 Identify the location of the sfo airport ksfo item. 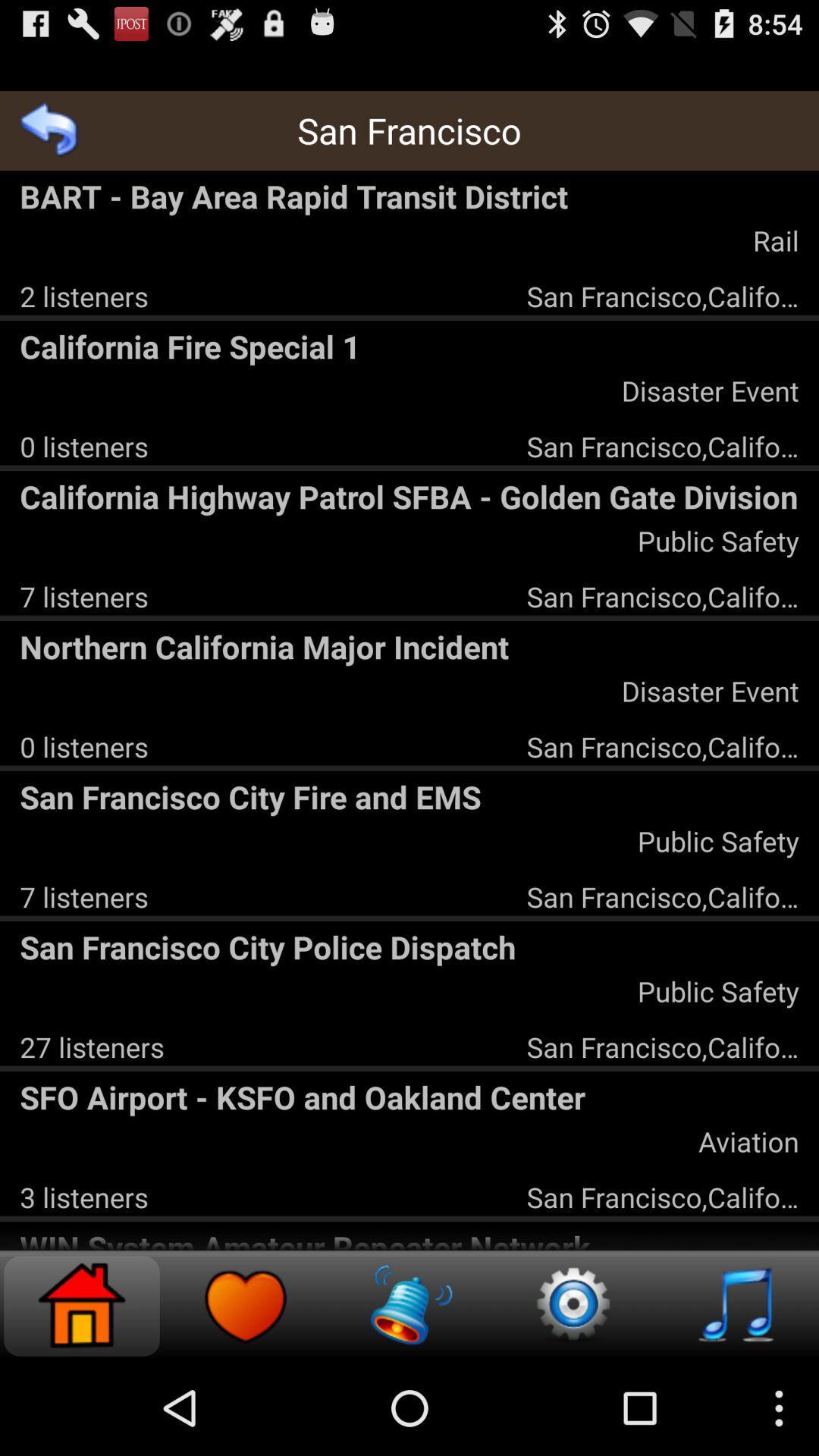
(409, 1097).